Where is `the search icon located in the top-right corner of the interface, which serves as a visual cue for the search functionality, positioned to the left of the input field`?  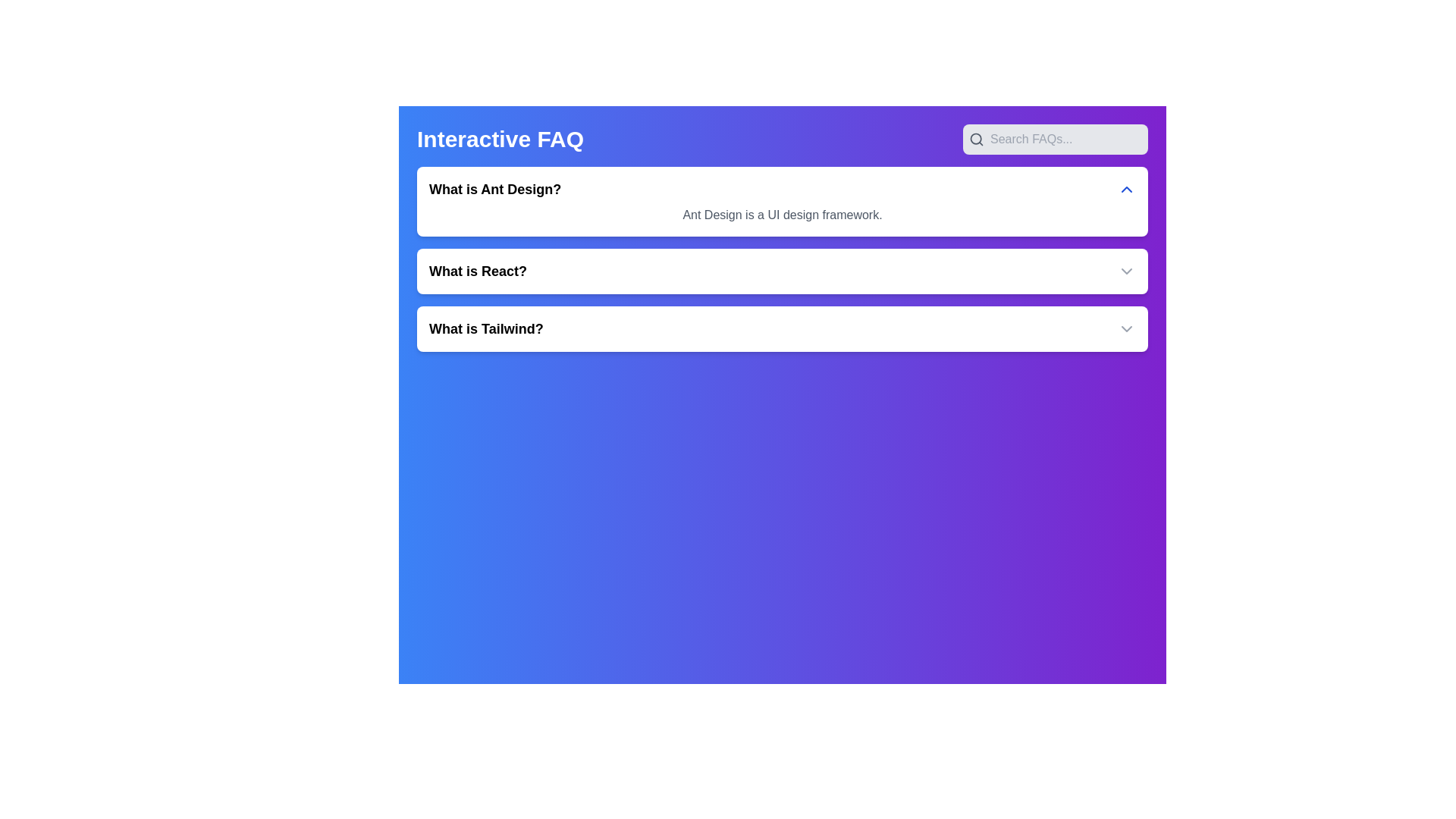 the search icon located in the top-right corner of the interface, which serves as a visual cue for the search functionality, positioned to the left of the input field is located at coordinates (976, 140).